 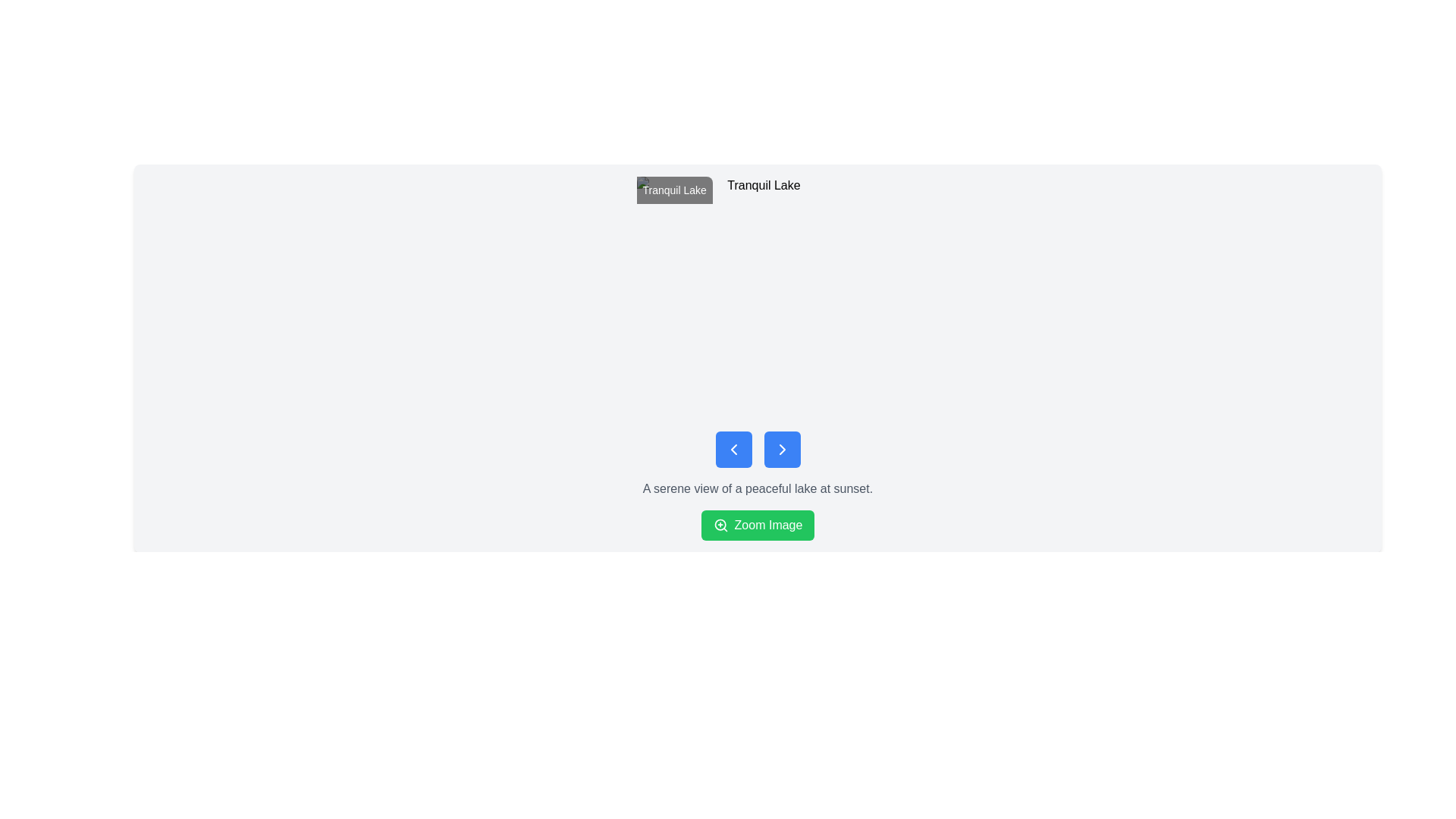 What do you see at coordinates (720, 525) in the screenshot?
I see `the 'Zoom Image' button which has a green background and a zoom-in icon` at bounding box center [720, 525].